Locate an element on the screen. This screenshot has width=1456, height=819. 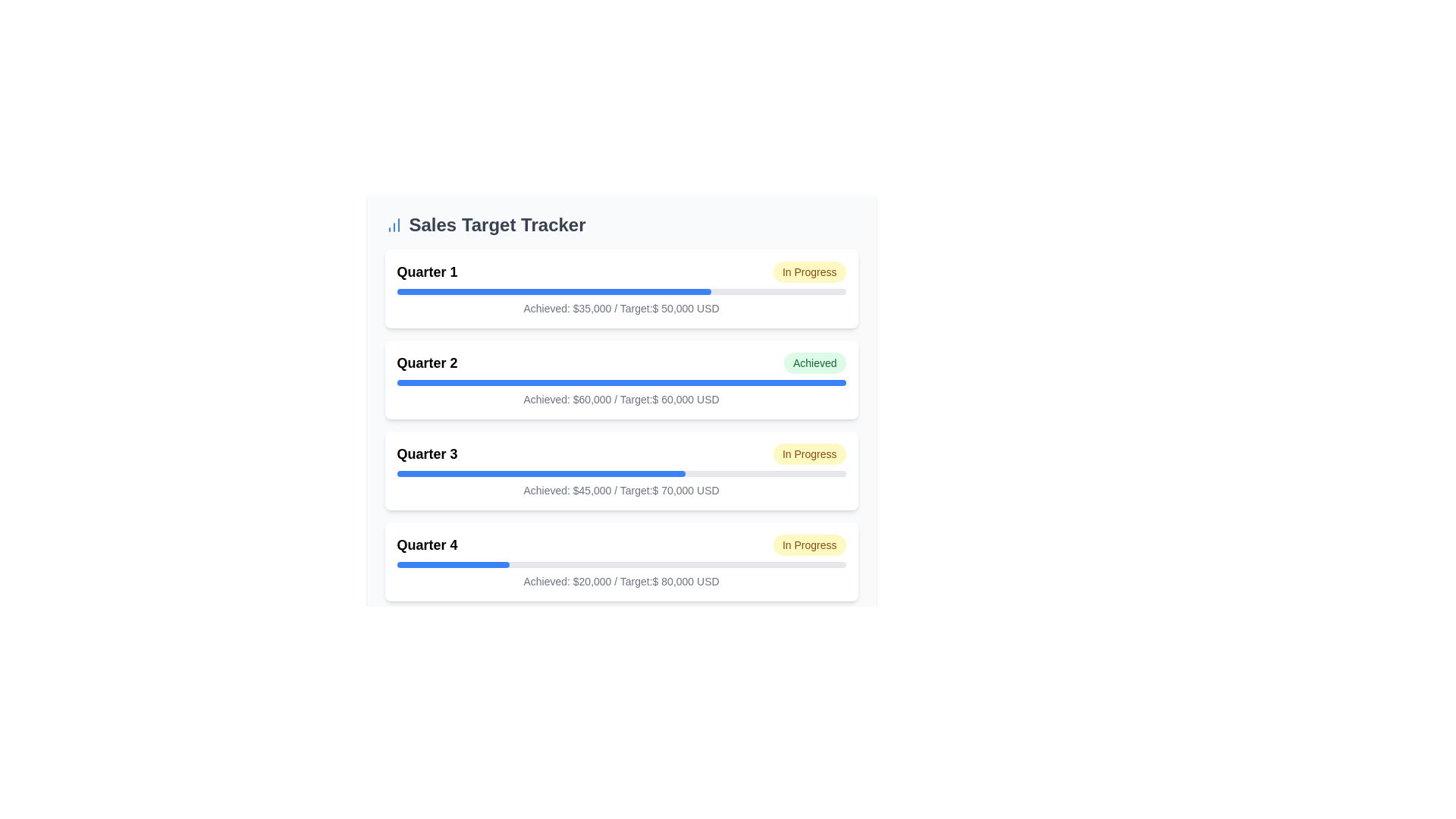
the fill level of the progress bar in the 'Quarter 2' section of the 'Sales Target Tracker' interface, positioned below 'Quarter 2 Achieved' and above 'Achieved: $60,000 / Target: $60,000 USD' is located at coordinates (621, 382).